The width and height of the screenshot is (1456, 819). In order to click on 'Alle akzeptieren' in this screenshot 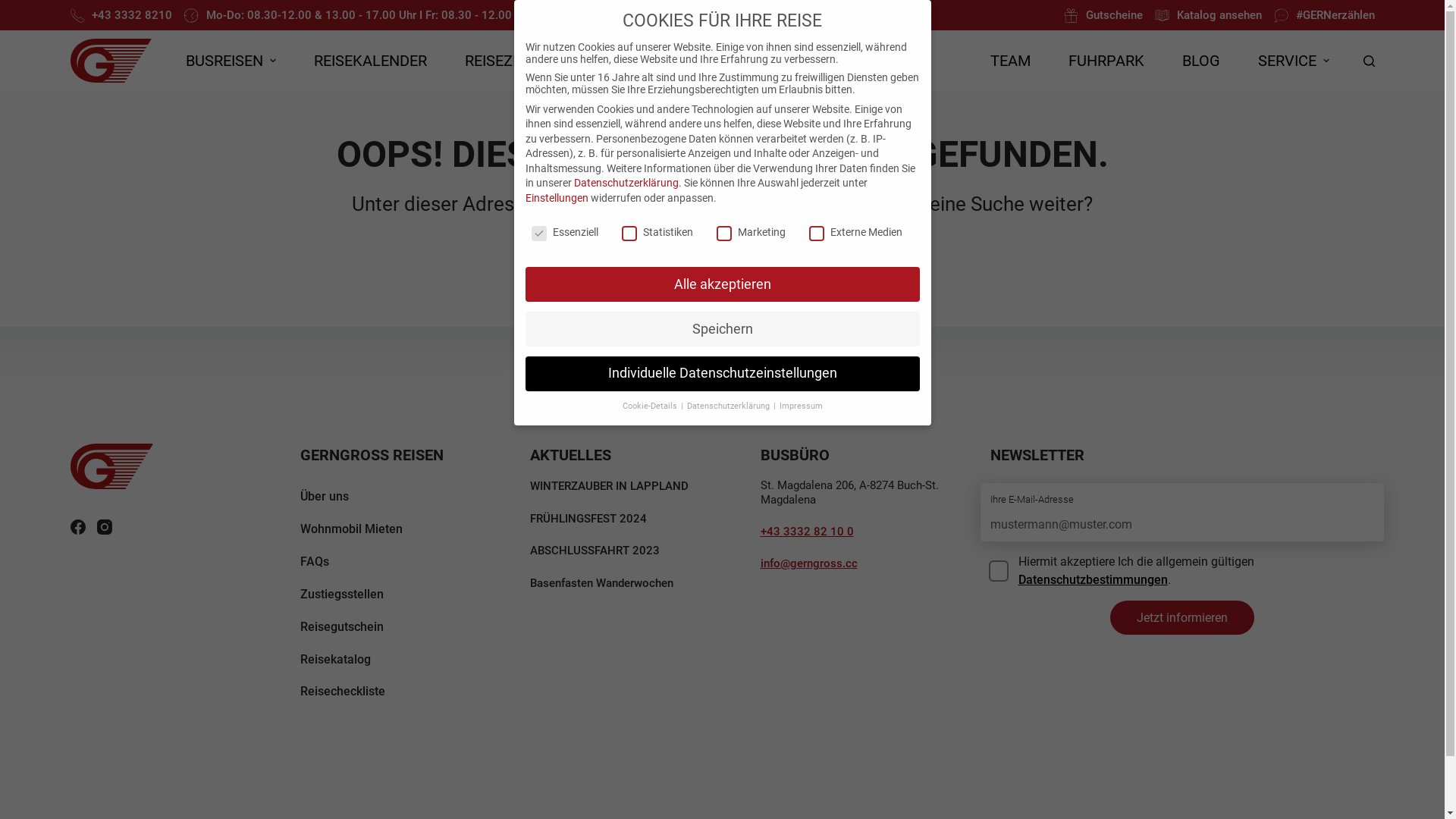, I will do `click(720, 284)`.